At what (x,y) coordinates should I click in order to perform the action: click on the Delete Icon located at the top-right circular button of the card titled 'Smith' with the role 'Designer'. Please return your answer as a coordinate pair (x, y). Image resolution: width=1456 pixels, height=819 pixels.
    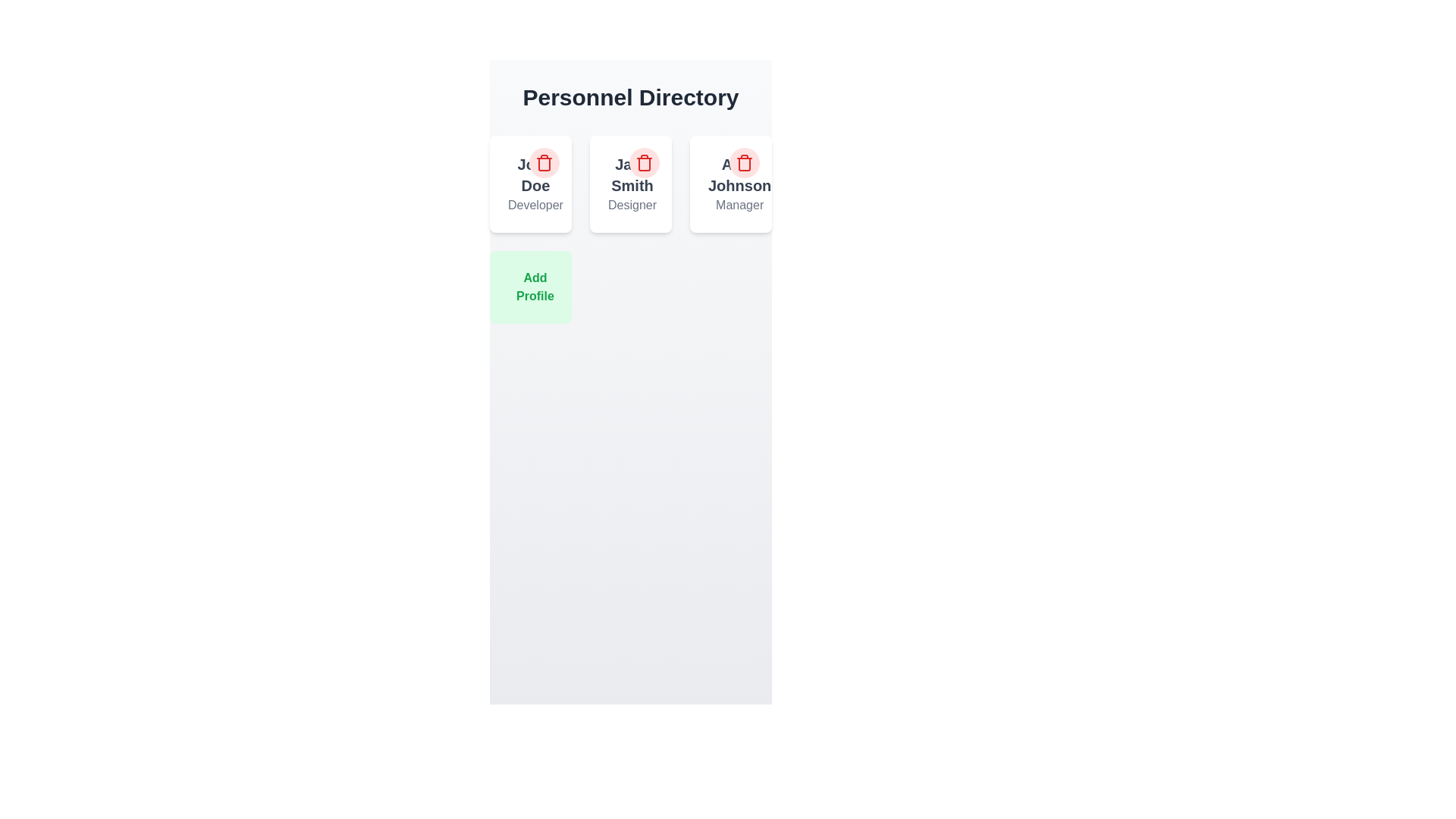
    Looking at the image, I should click on (644, 163).